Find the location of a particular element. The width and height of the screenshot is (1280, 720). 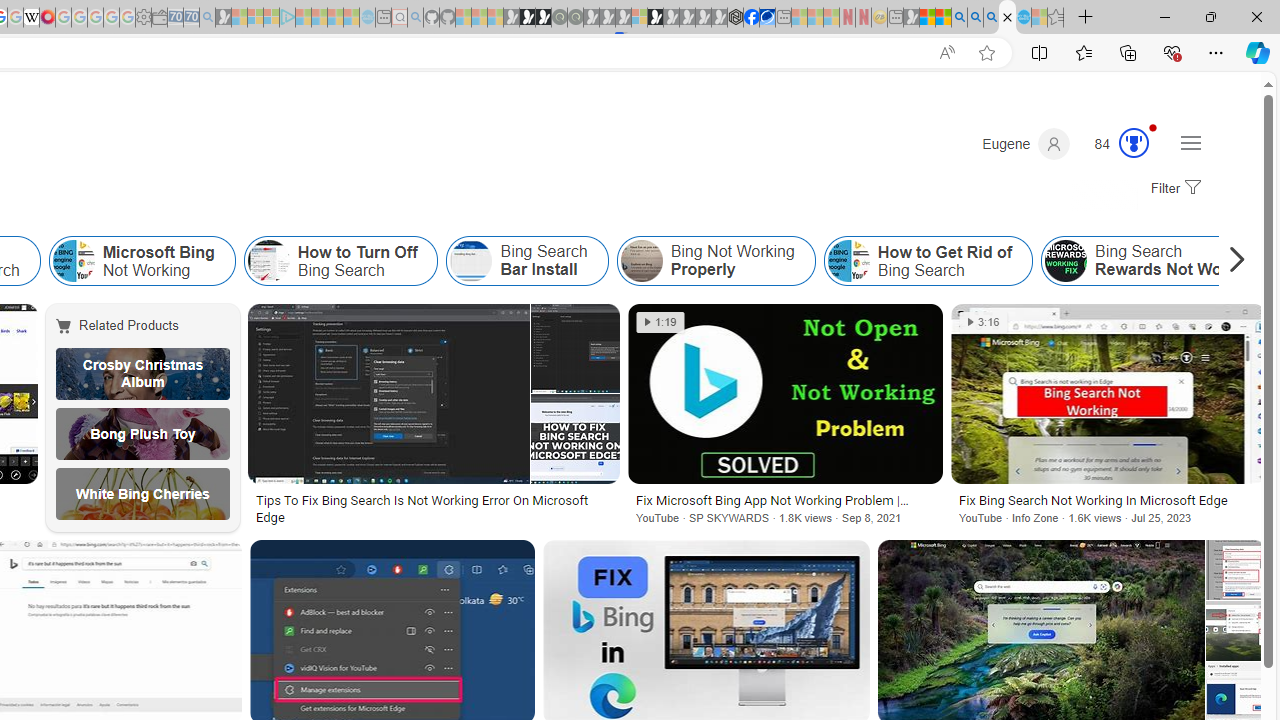

'Nordace | Facebook' is located at coordinates (750, 17).